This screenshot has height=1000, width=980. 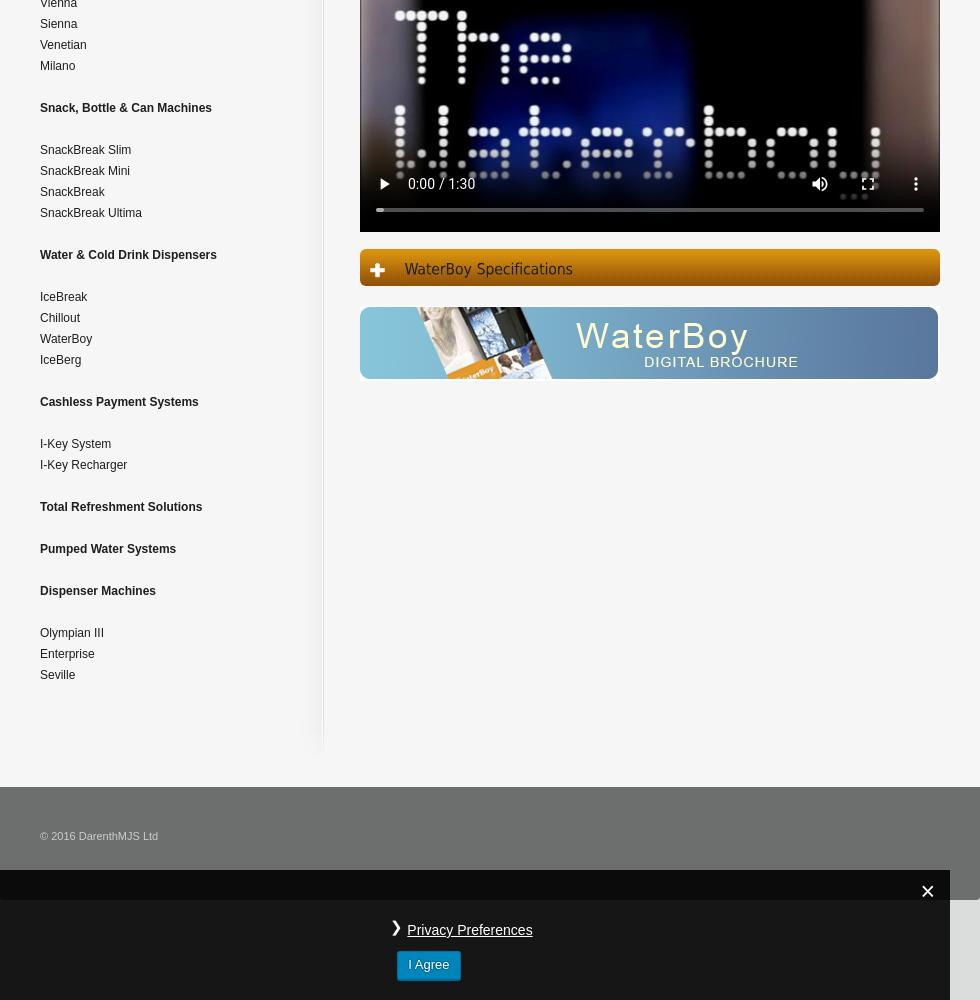 What do you see at coordinates (59, 317) in the screenshot?
I see `'Chillout'` at bounding box center [59, 317].